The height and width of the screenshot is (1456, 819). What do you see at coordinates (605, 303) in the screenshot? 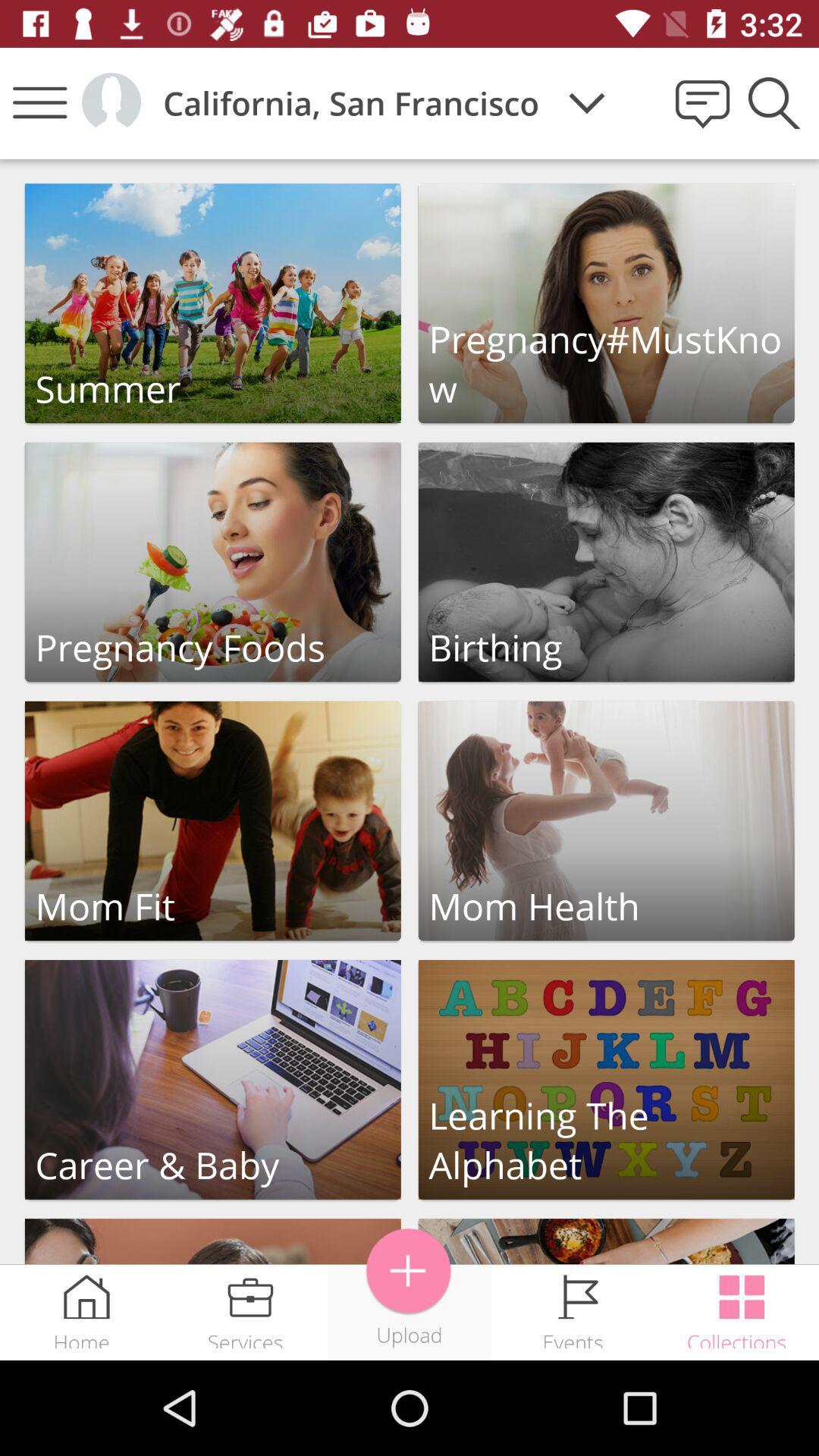
I see `click for categories` at bounding box center [605, 303].